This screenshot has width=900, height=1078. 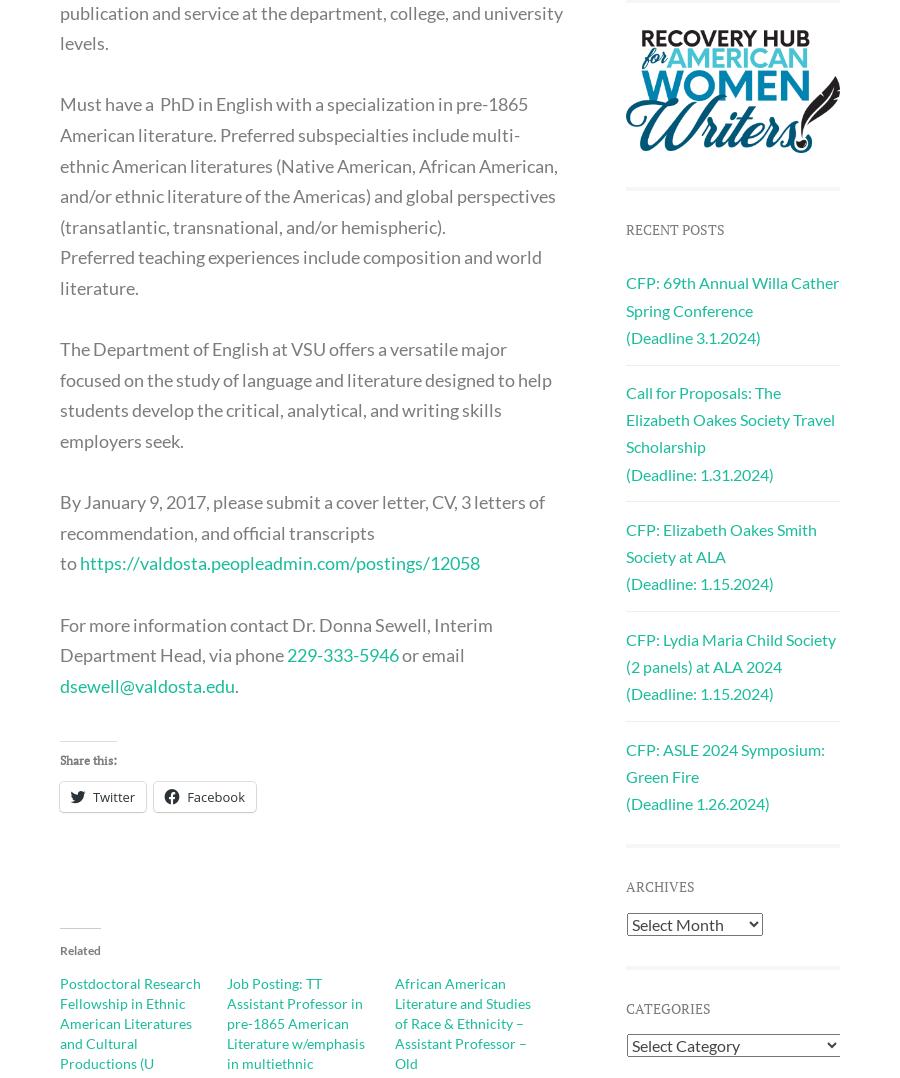 I want to click on 'dsewell@valdosta.edu', so click(x=147, y=684).